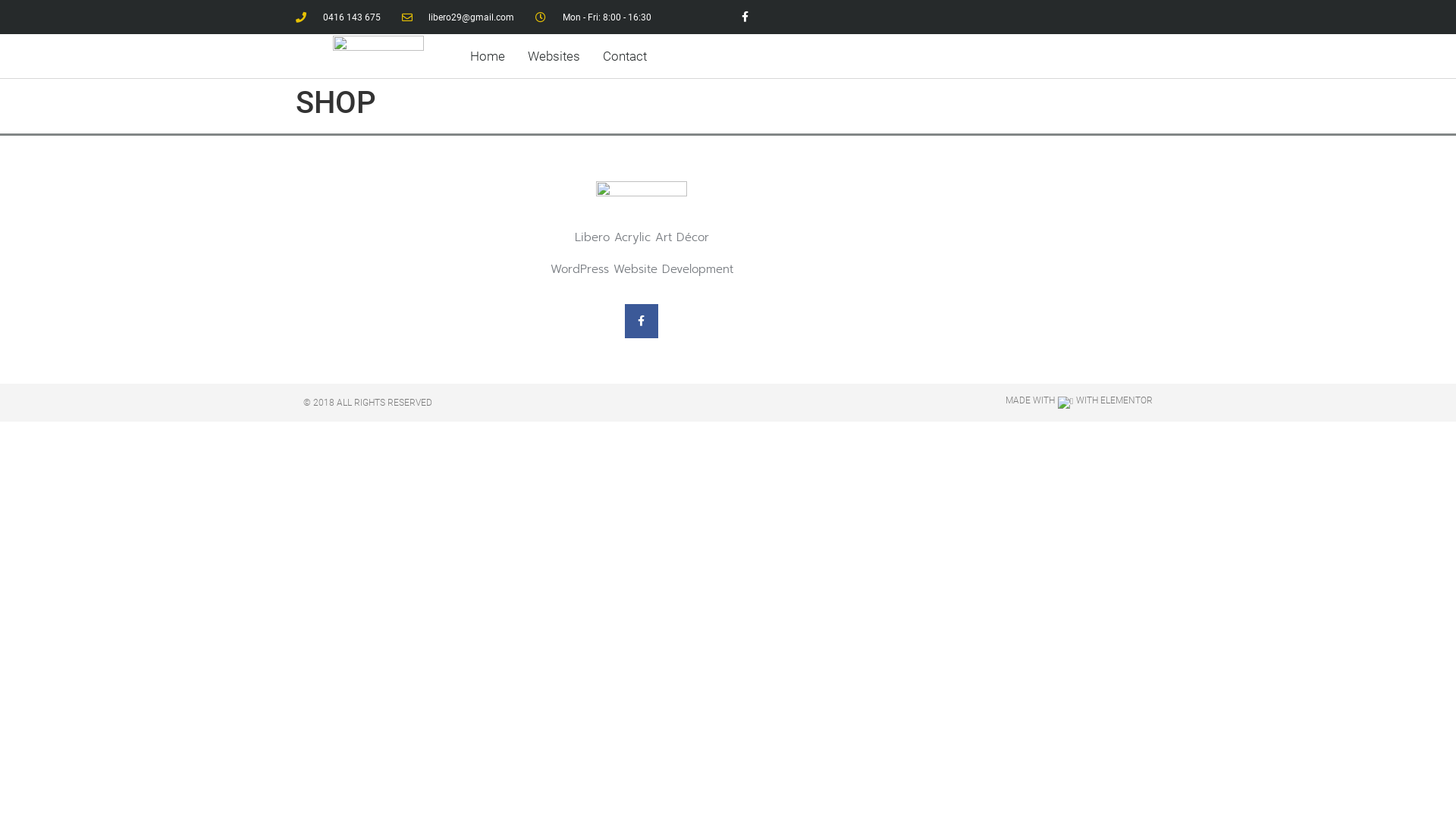 The height and width of the screenshot is (819, 1456). What do you see at coordinates (553, 55) in the screenshot?
I see `'Websites'` at bounding box center [553, 55].